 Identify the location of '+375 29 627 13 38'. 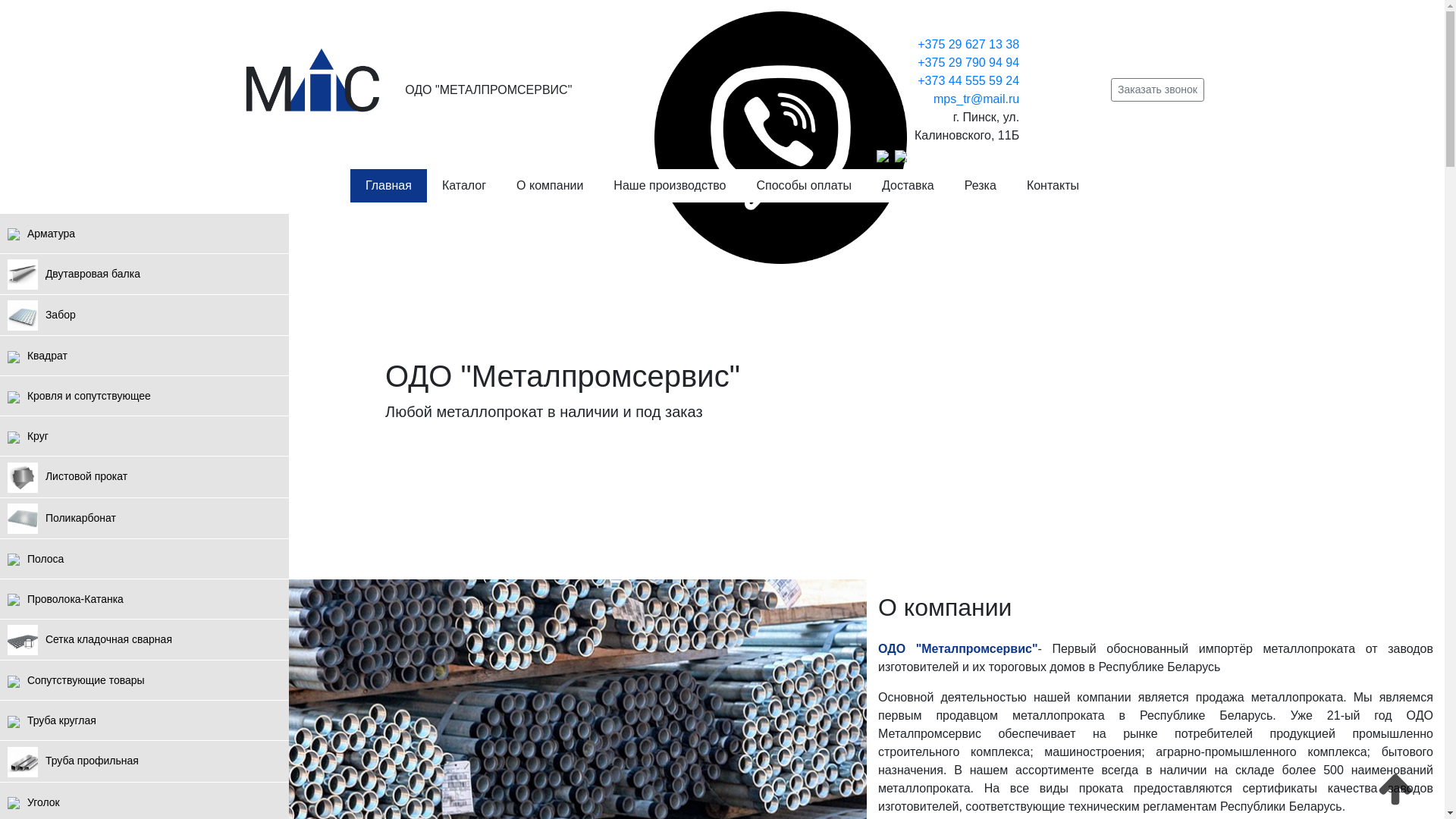
(967, 43).